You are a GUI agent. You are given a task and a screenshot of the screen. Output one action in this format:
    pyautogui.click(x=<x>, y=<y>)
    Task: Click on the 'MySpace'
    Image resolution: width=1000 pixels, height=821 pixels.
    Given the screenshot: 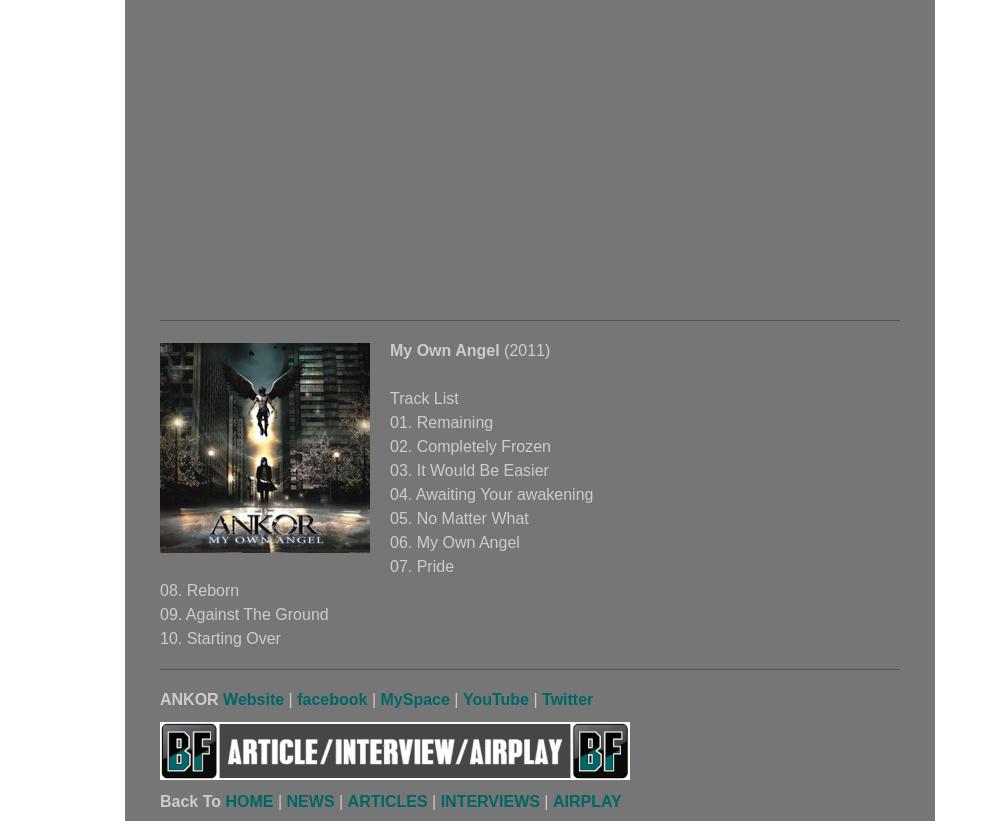 What is the action you would take?
    pyautogui.click(x=414, y=699)
    